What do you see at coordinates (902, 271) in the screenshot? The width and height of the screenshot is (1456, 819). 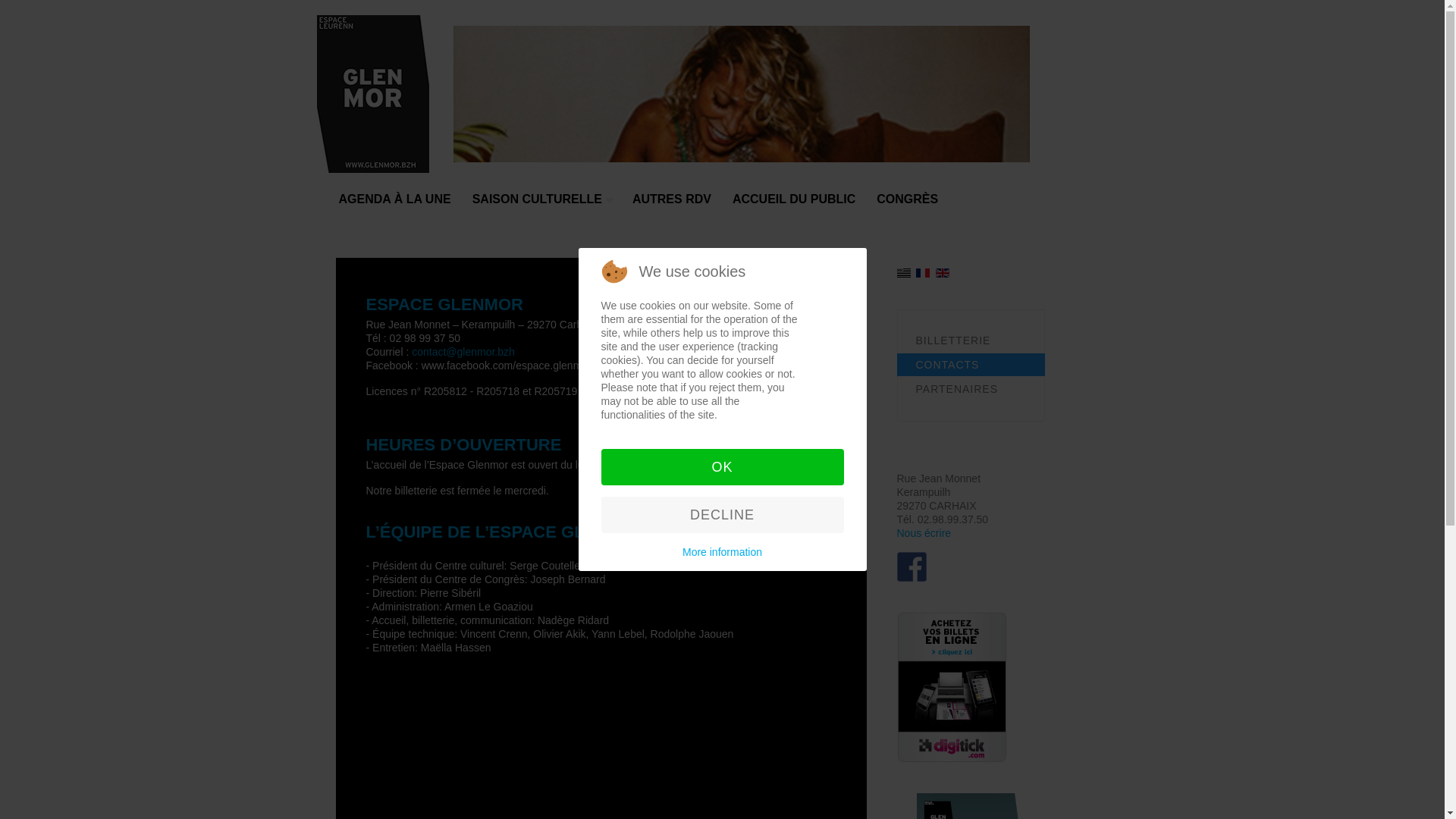 I see `'Breton'` at bounding box center [902, 271].